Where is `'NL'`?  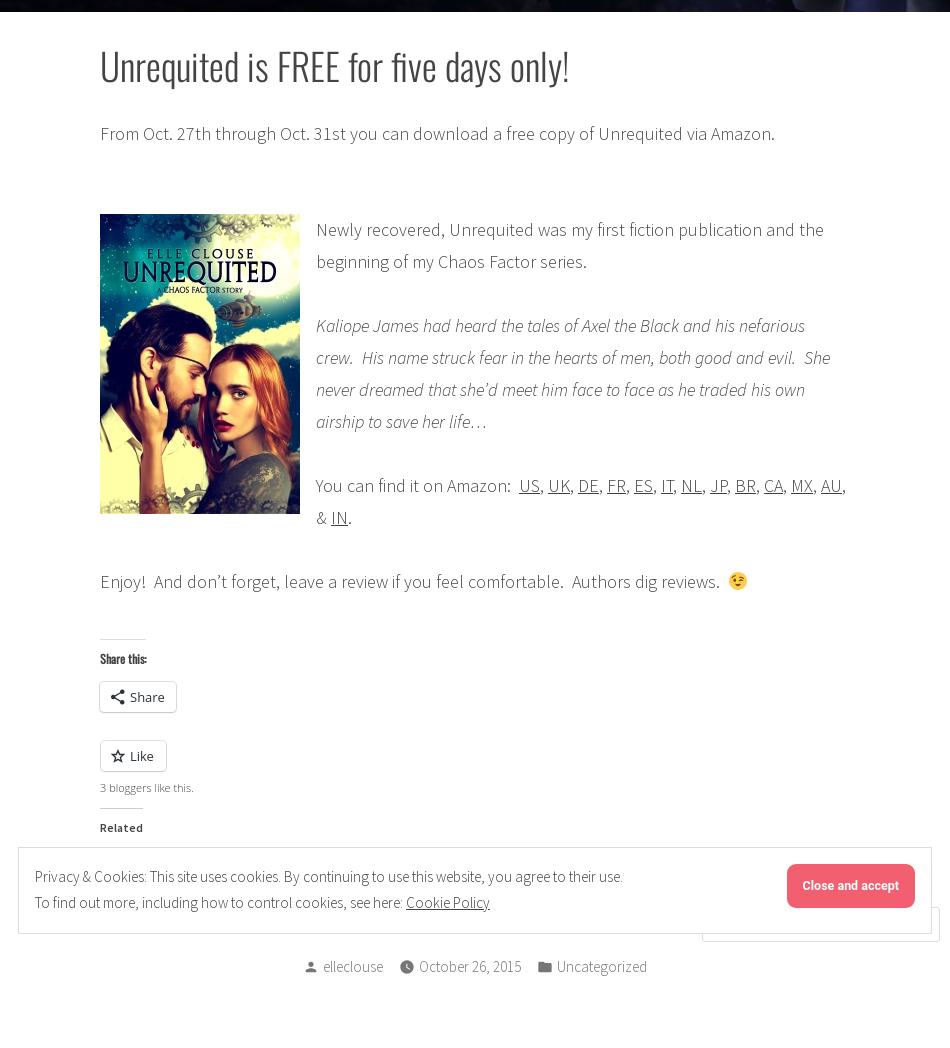
'NL' is located at coordinates (680, 484).